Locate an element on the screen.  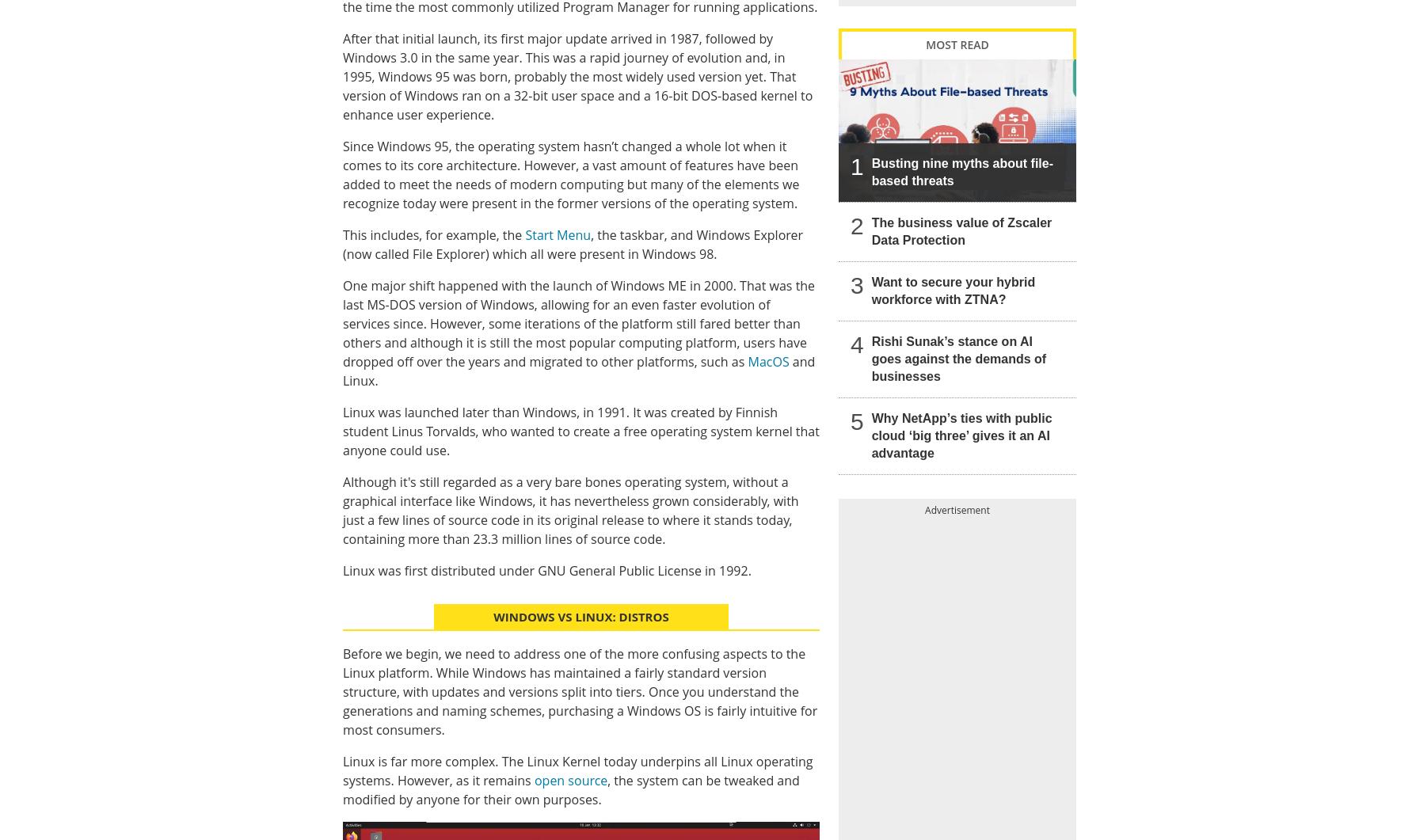
'and Linux.' is located at coordinates (342, 371).